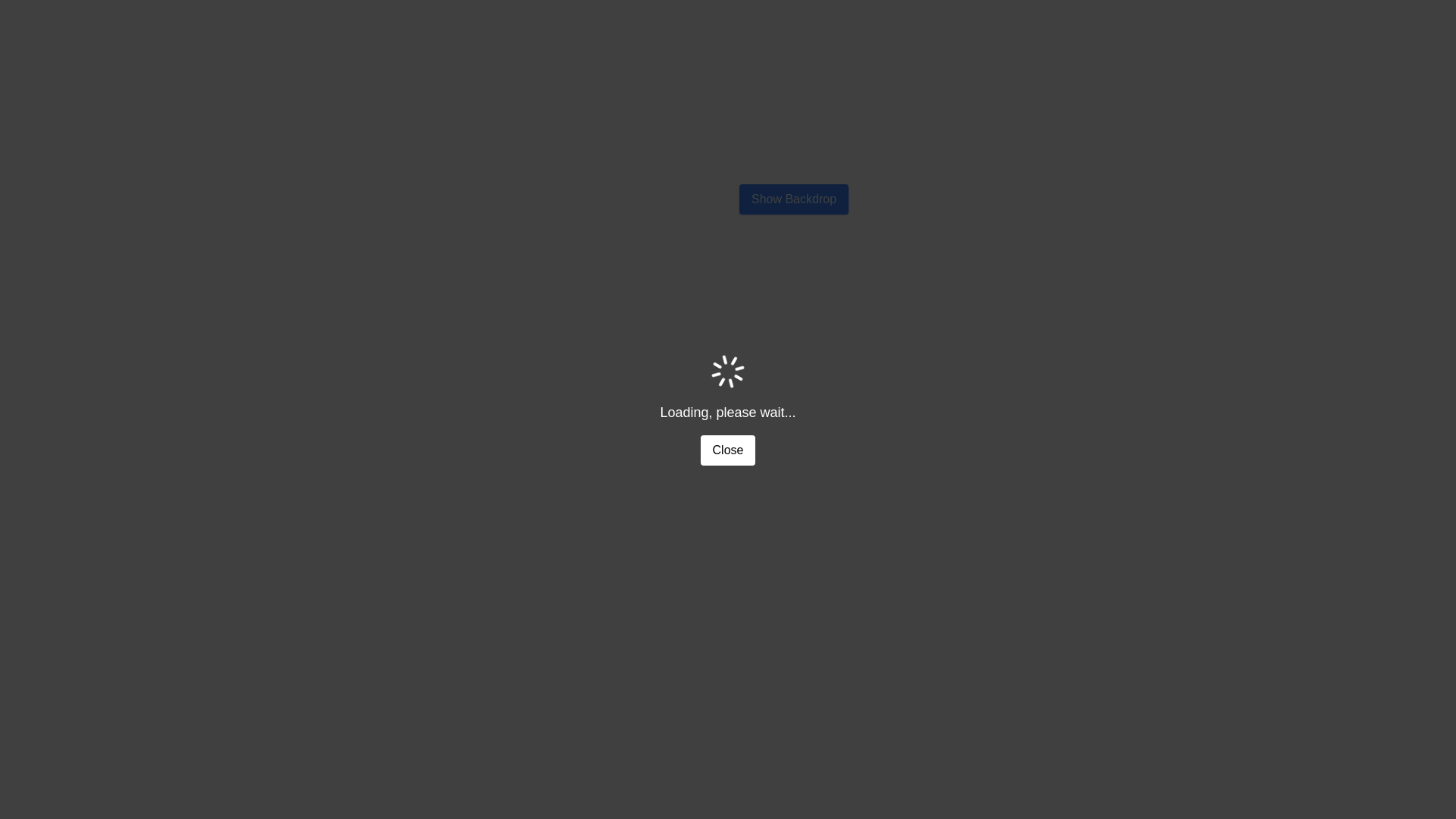 The height and width of the screenshot is (819, 1456). What do you see at coordinates (728, 409) in the screenshot?
I see `the TextBlock that indicates an operation is in progress, located centrally within the modal overlay, between the loader icon and the close button` at bounding box center [728, 409].